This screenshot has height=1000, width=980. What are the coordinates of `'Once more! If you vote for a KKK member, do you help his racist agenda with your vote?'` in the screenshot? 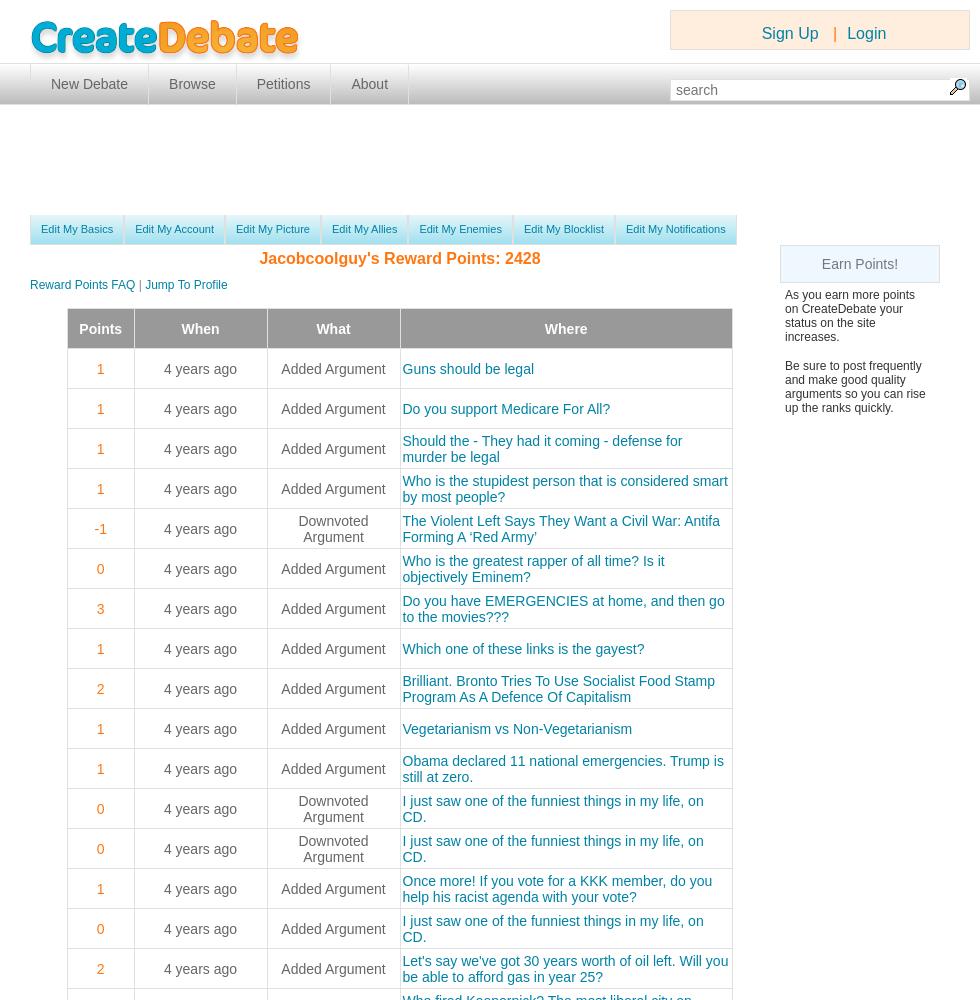 It's located at (557, 888).